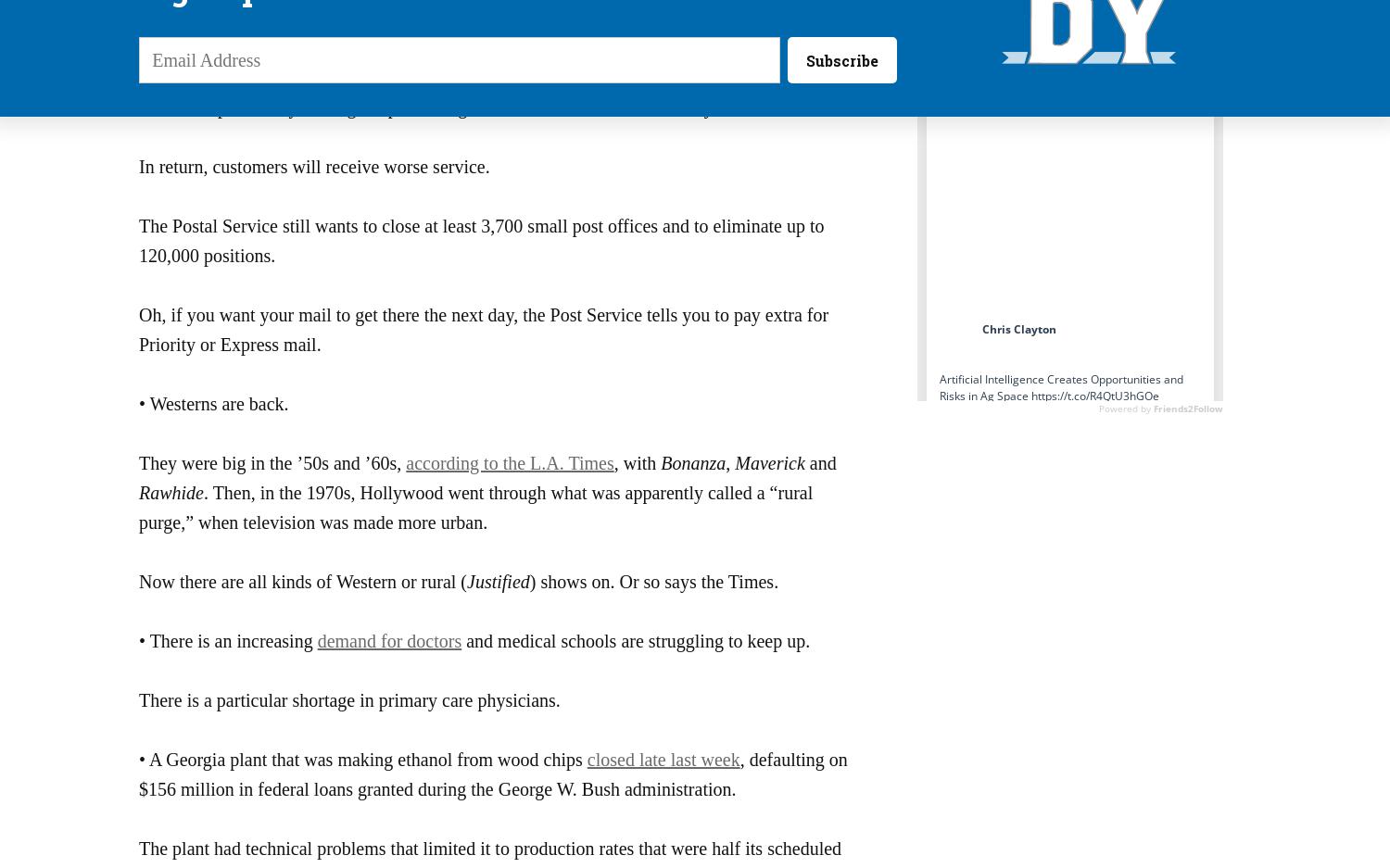 Image resolution: width=1390 pixels, height=868 pixels. What do you see at coordinates (820, 462) in the screenshot?
I see `'and'` at bounding box center [820, 462].